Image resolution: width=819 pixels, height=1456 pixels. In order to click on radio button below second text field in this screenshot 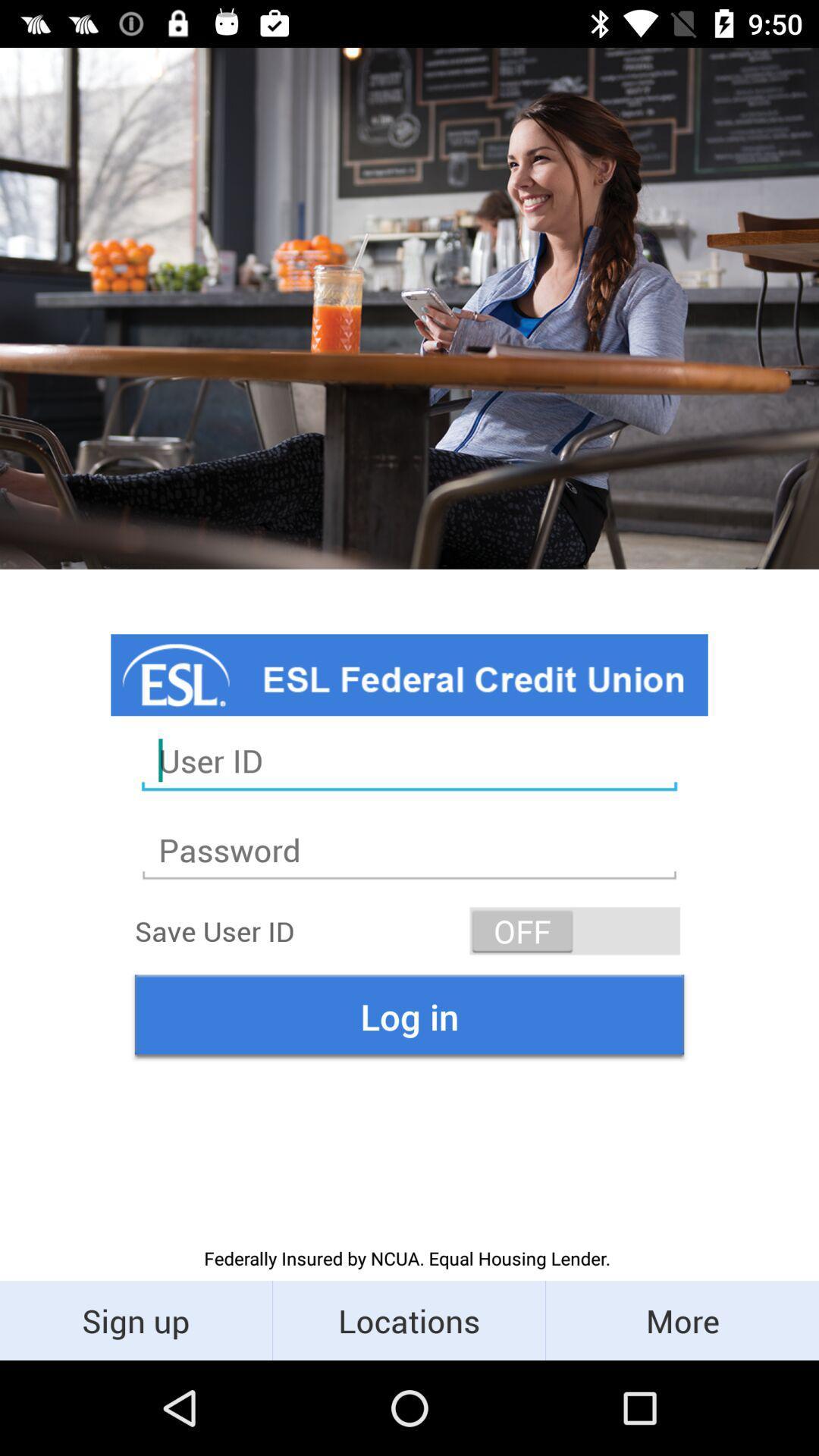, I will do `click(575, 930)`.